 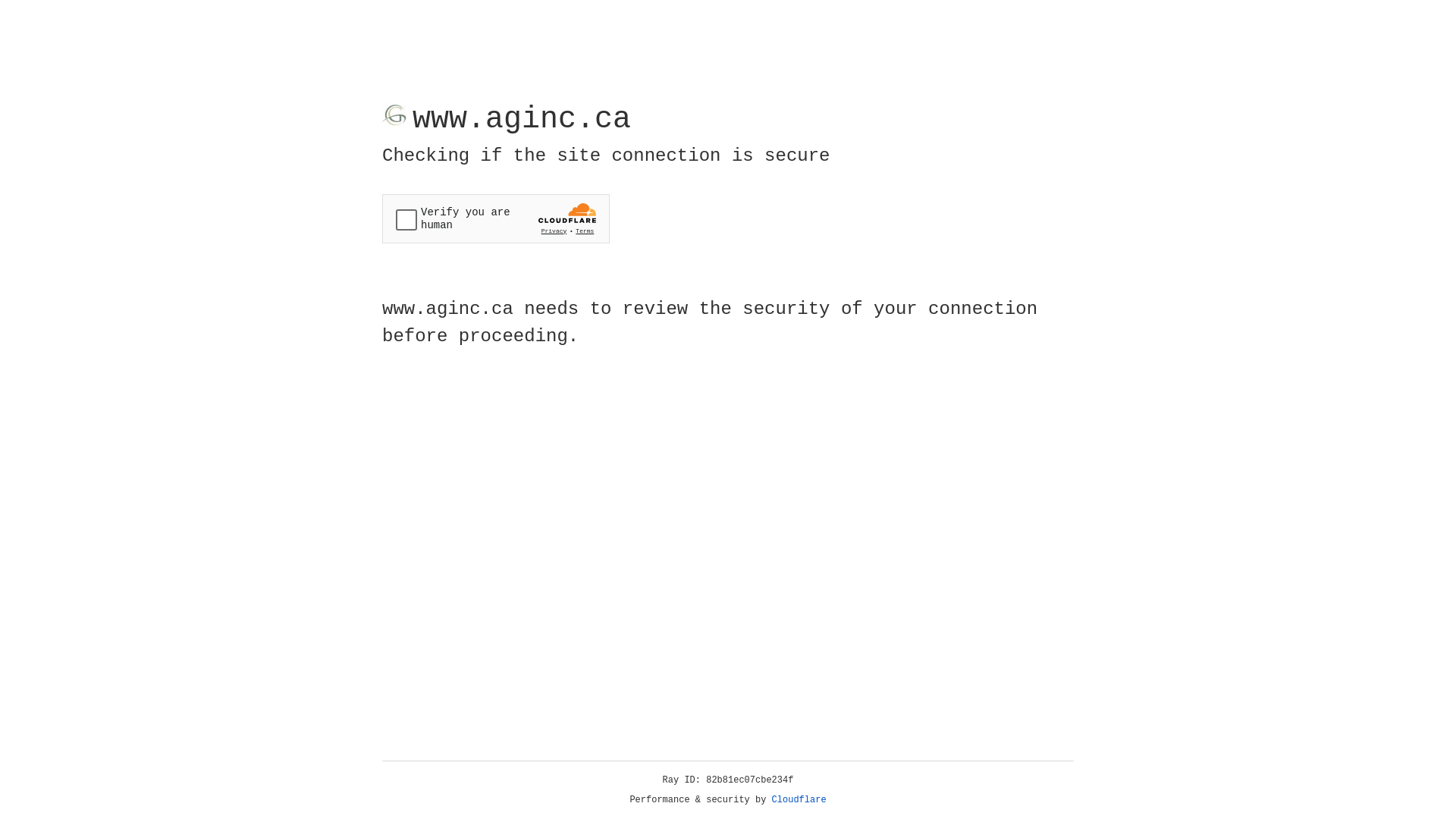 What do you see at coordinates (799, 799) in the screenshot?
I see `'Cloudflare'` at bounding box center [799, 799].